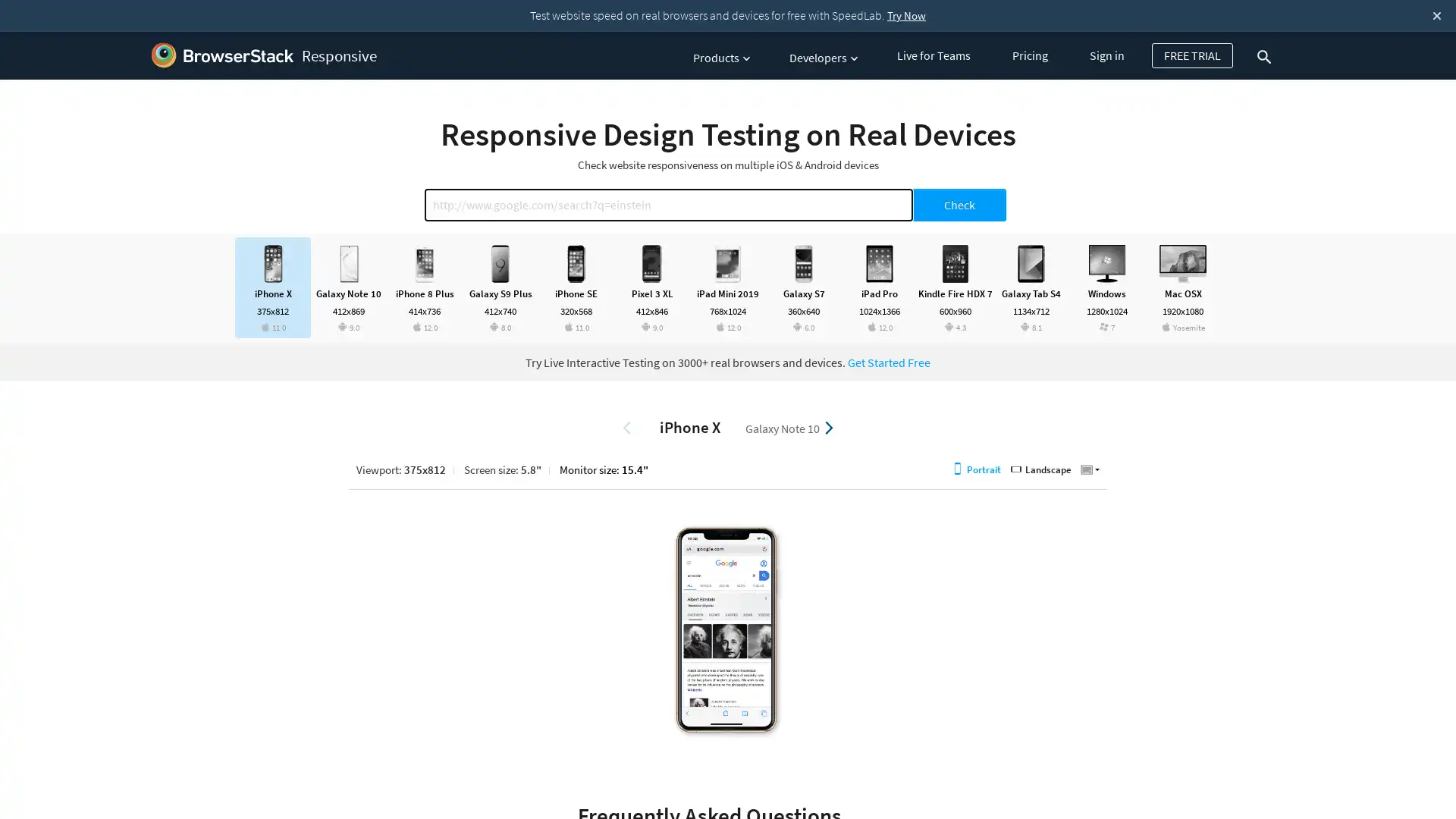 The height and width of the screenshot is (819, 1456). I want to click on Skip to main content, so click(2, 37).